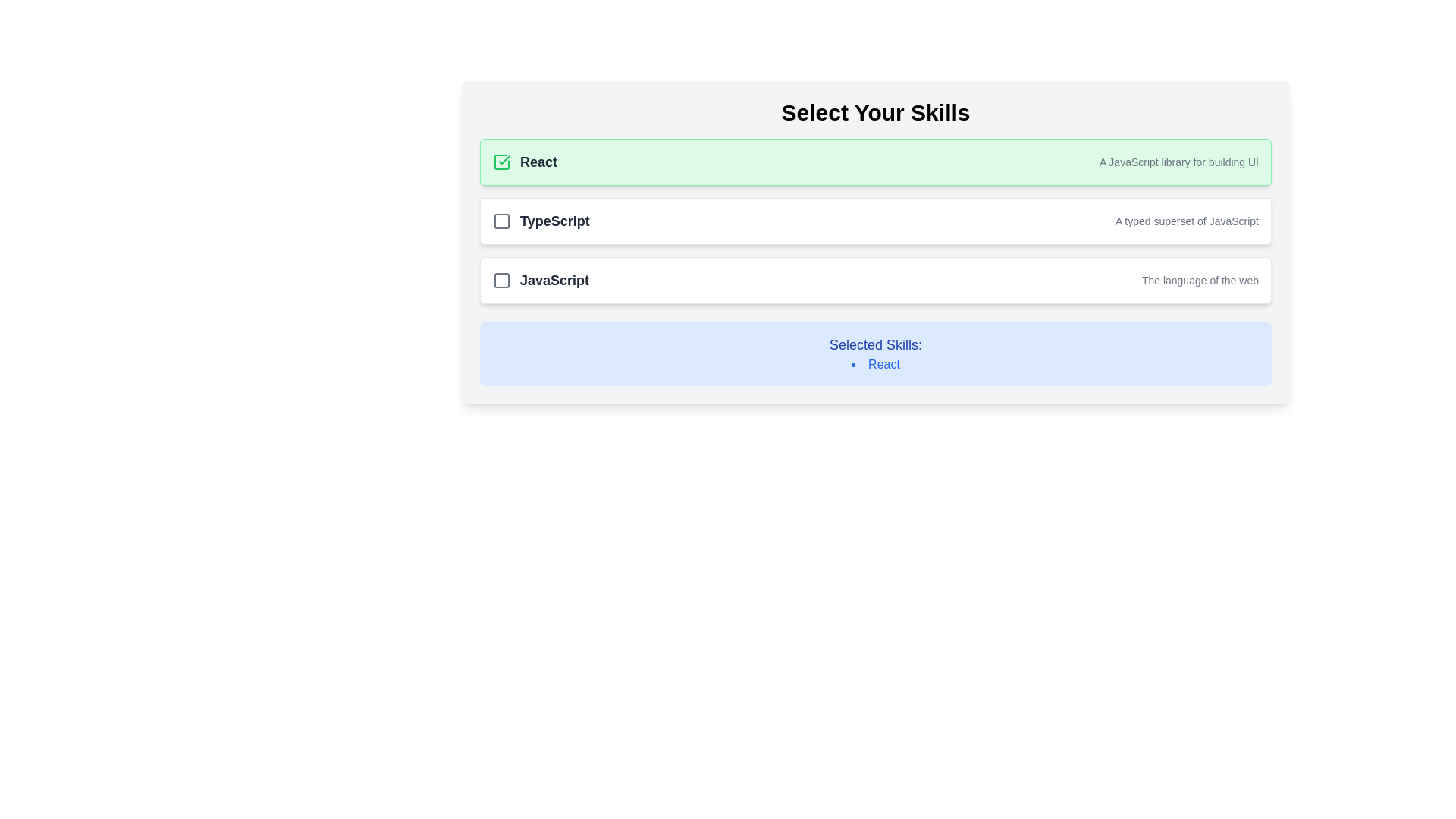  Describe the element at coordinates (525, 162) in the screenshot. I see `the textual content of the Text Label that displays 'React' and is accompanied by a green checkmark icon, located in the top section of the interface` at that location.